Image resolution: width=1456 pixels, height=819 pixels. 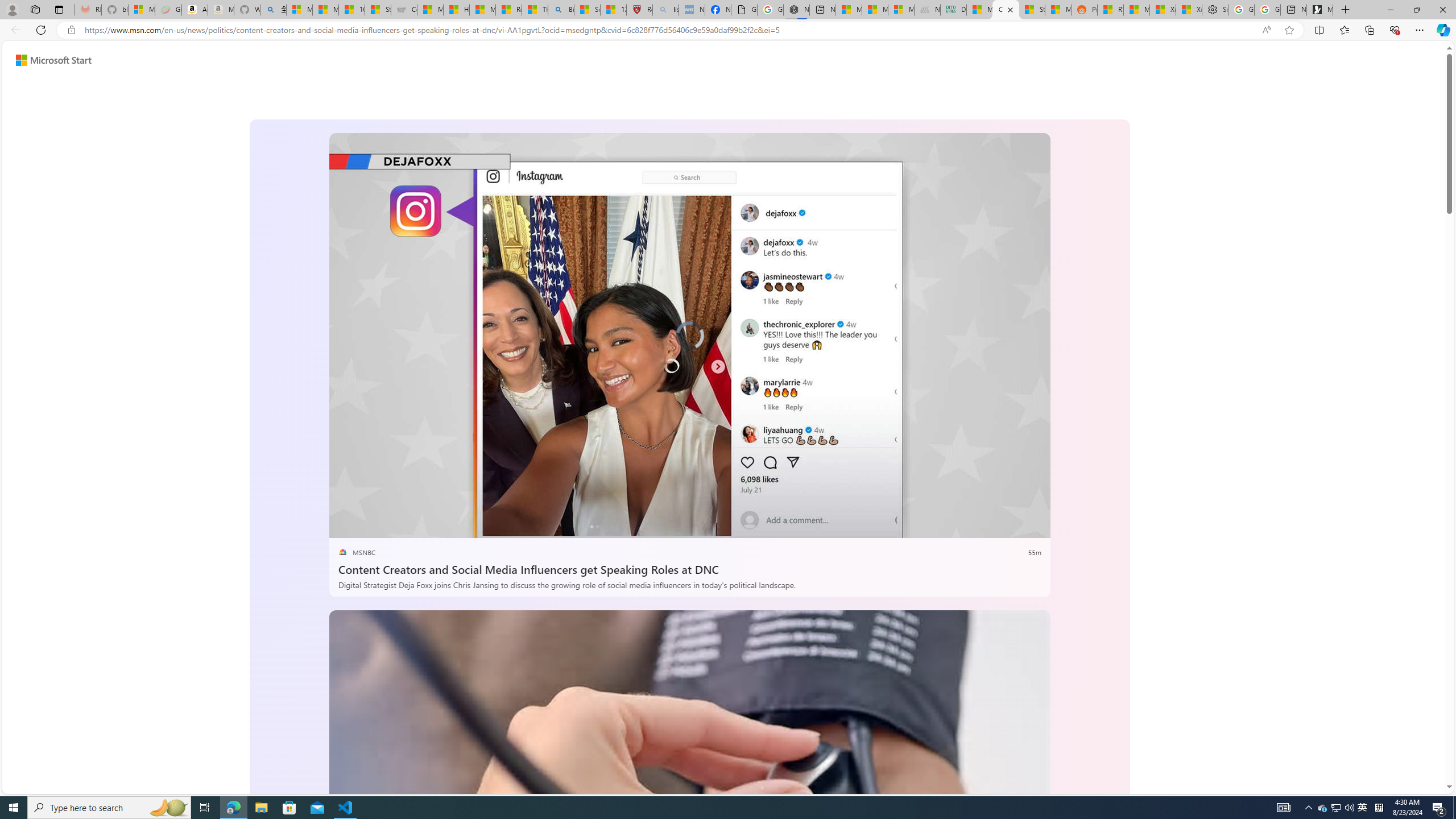 What do you see at coordinates (988, 525) in the screenshot?
I see `'Captions'` at bounding box center [988, 525].